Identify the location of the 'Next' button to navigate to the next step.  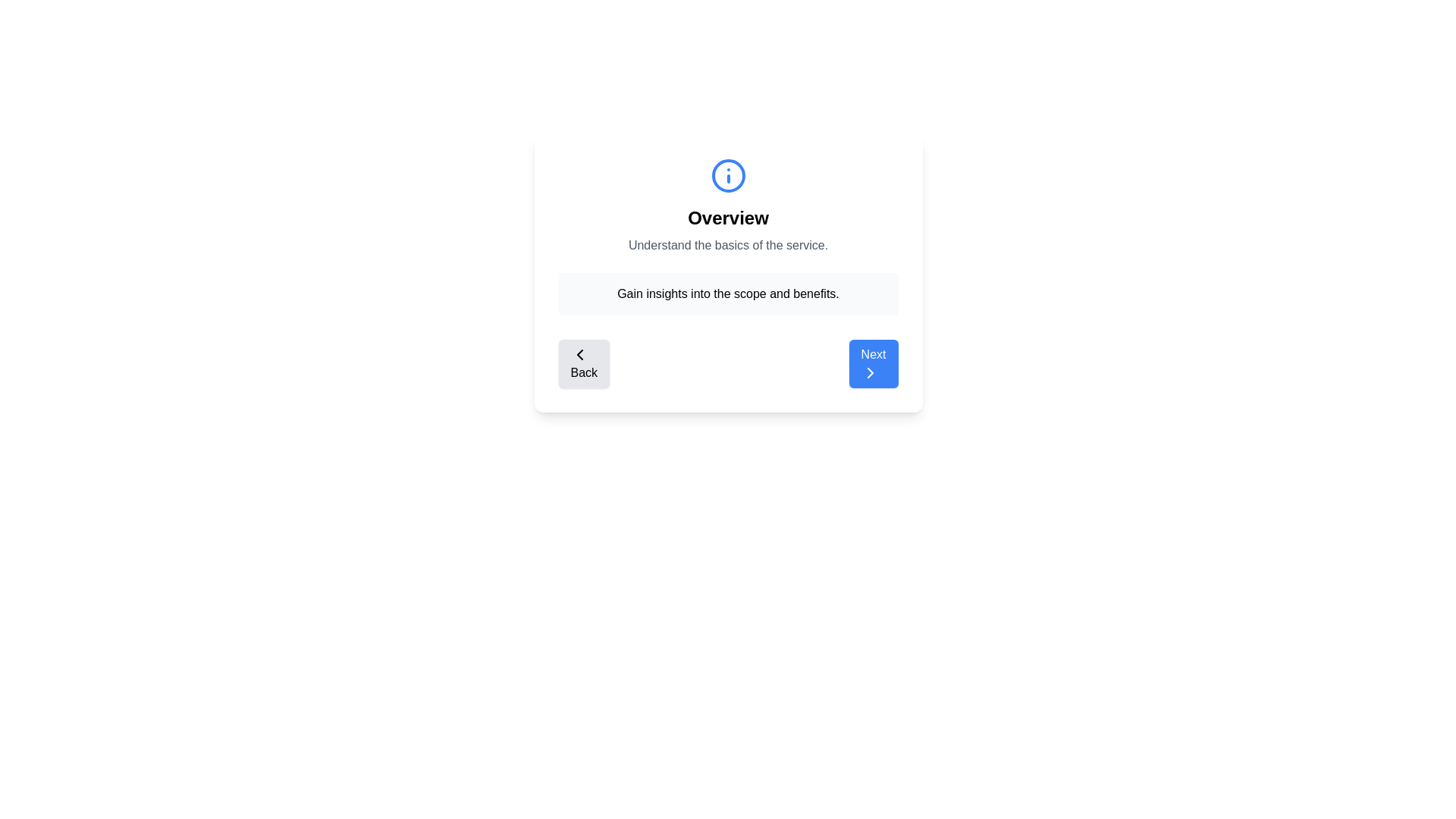
(874, 363).